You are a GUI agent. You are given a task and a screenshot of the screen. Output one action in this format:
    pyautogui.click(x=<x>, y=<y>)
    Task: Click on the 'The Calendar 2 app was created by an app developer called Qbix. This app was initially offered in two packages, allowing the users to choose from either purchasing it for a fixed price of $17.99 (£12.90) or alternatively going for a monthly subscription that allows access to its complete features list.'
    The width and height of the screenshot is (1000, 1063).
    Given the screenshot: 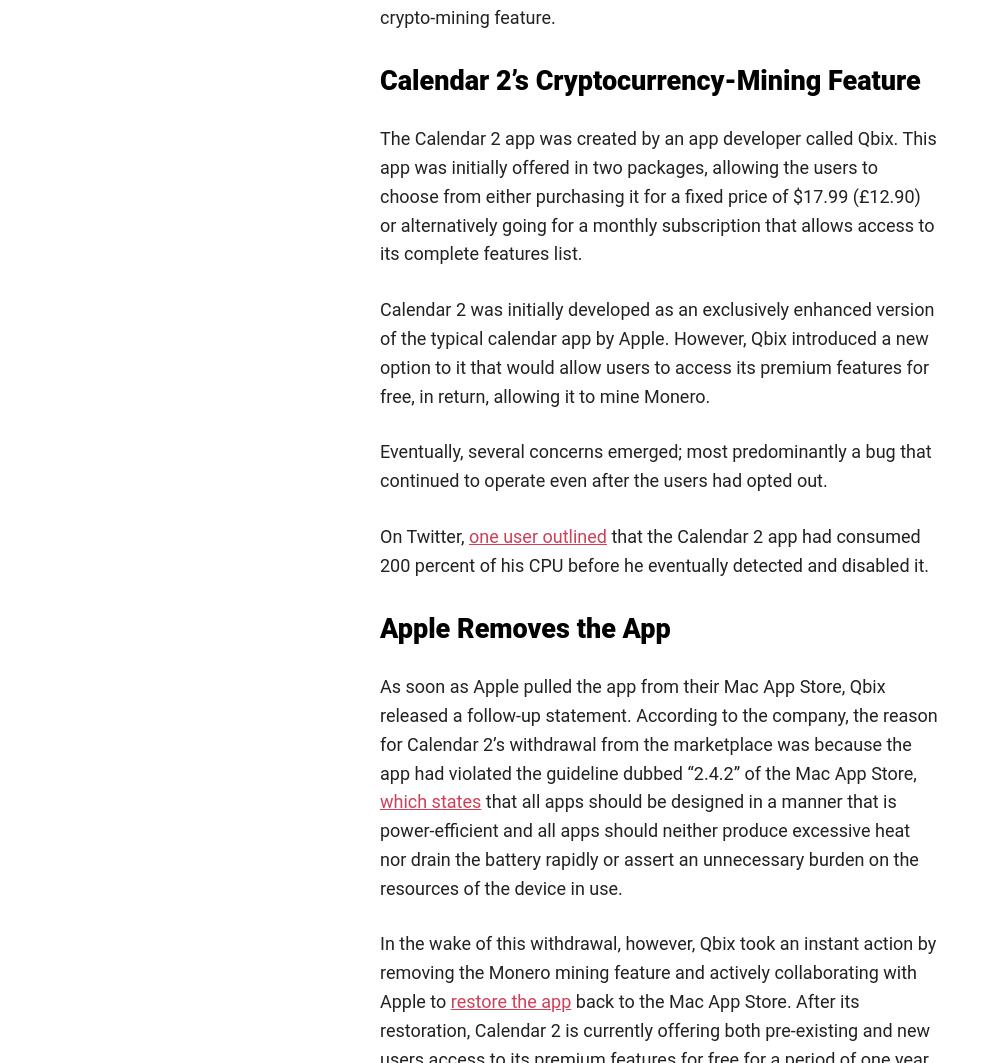 What is the action you would take?
    pyautogui.click(x=658, y=196)
    